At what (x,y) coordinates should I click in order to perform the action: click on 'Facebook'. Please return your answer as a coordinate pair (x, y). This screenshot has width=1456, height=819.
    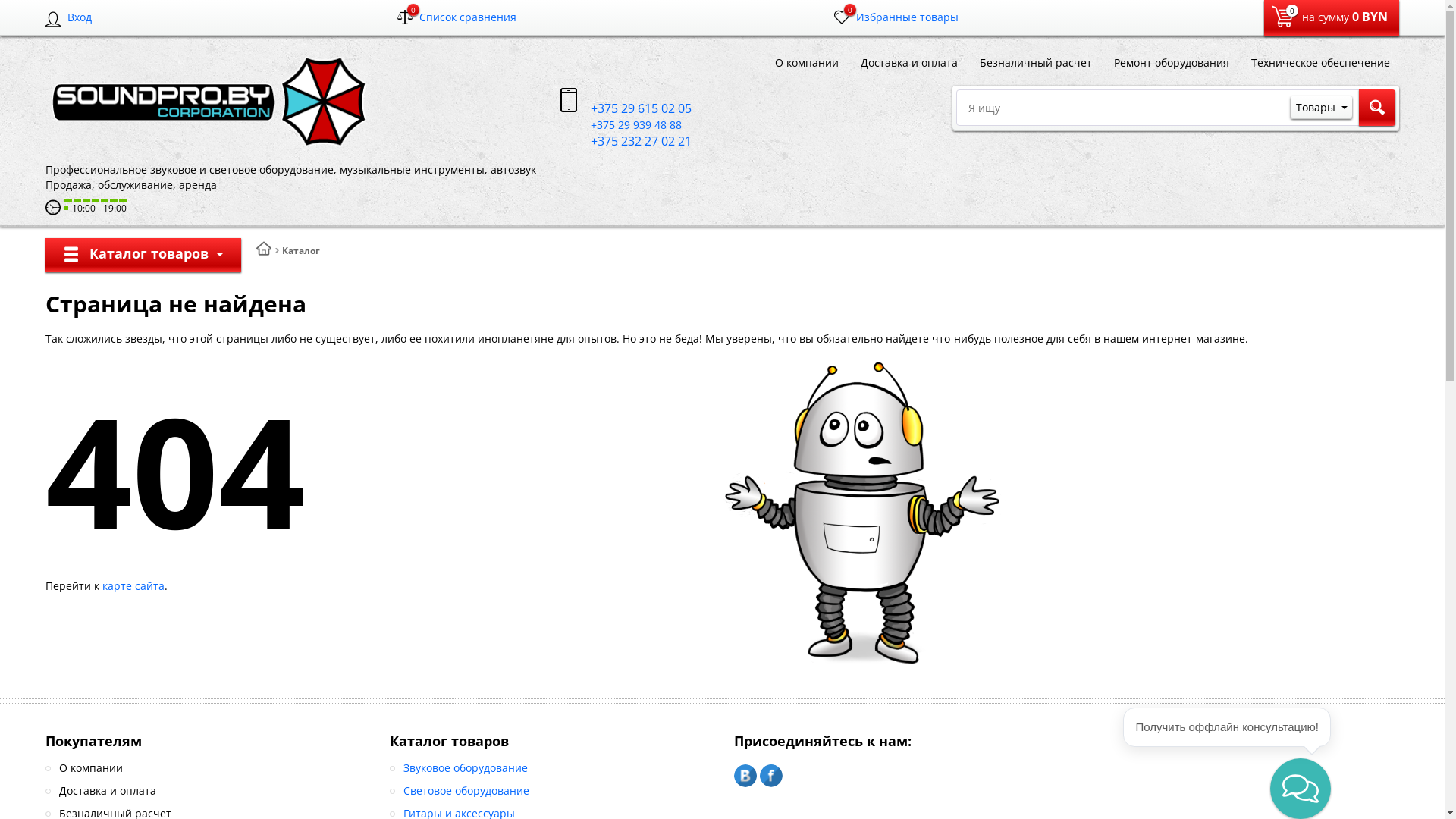
    Looking at the image, I should click on (771, 775).